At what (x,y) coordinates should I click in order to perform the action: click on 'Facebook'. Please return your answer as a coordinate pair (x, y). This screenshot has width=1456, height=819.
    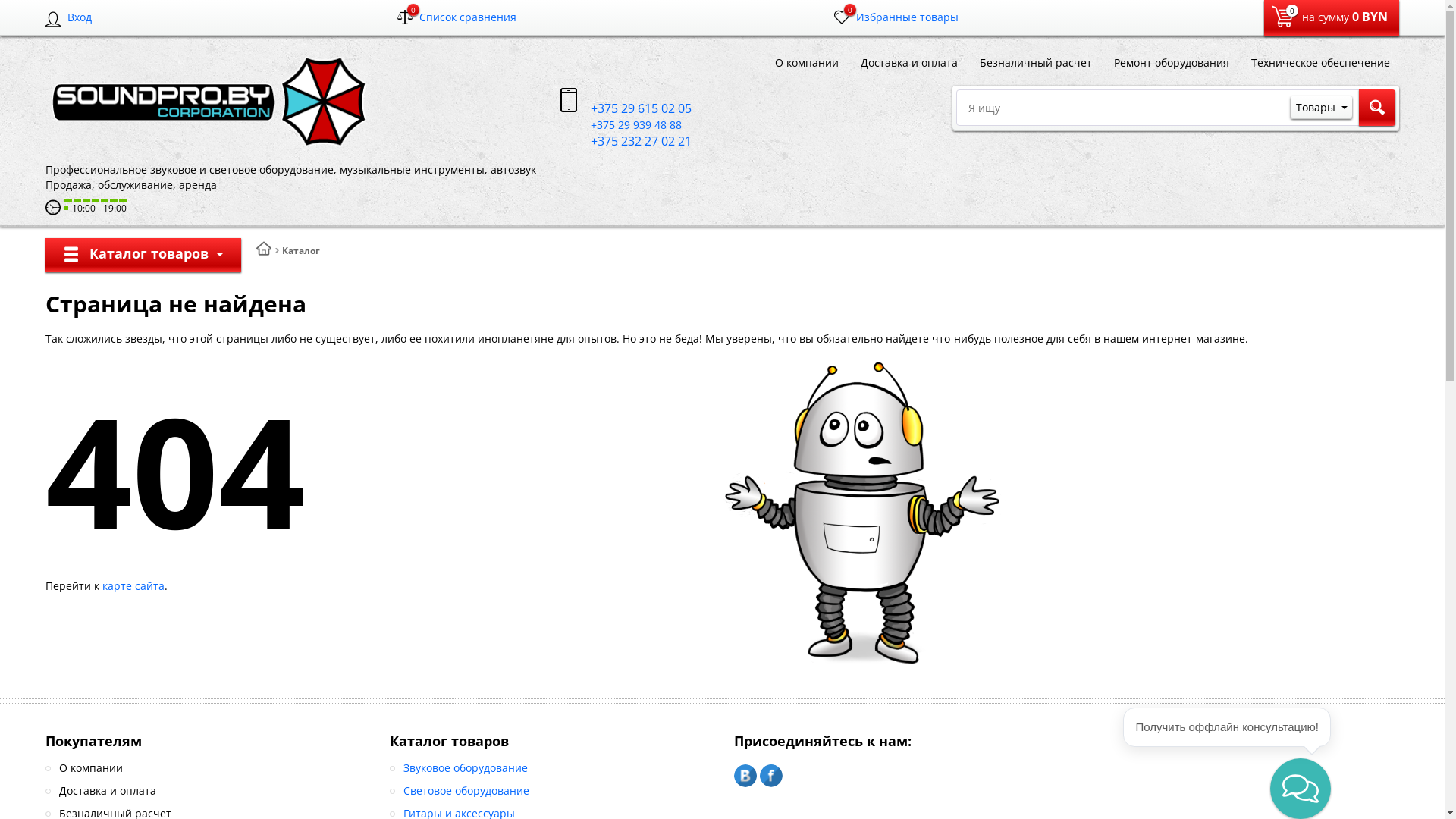
    Looking at the image, I should click on (771, 775).